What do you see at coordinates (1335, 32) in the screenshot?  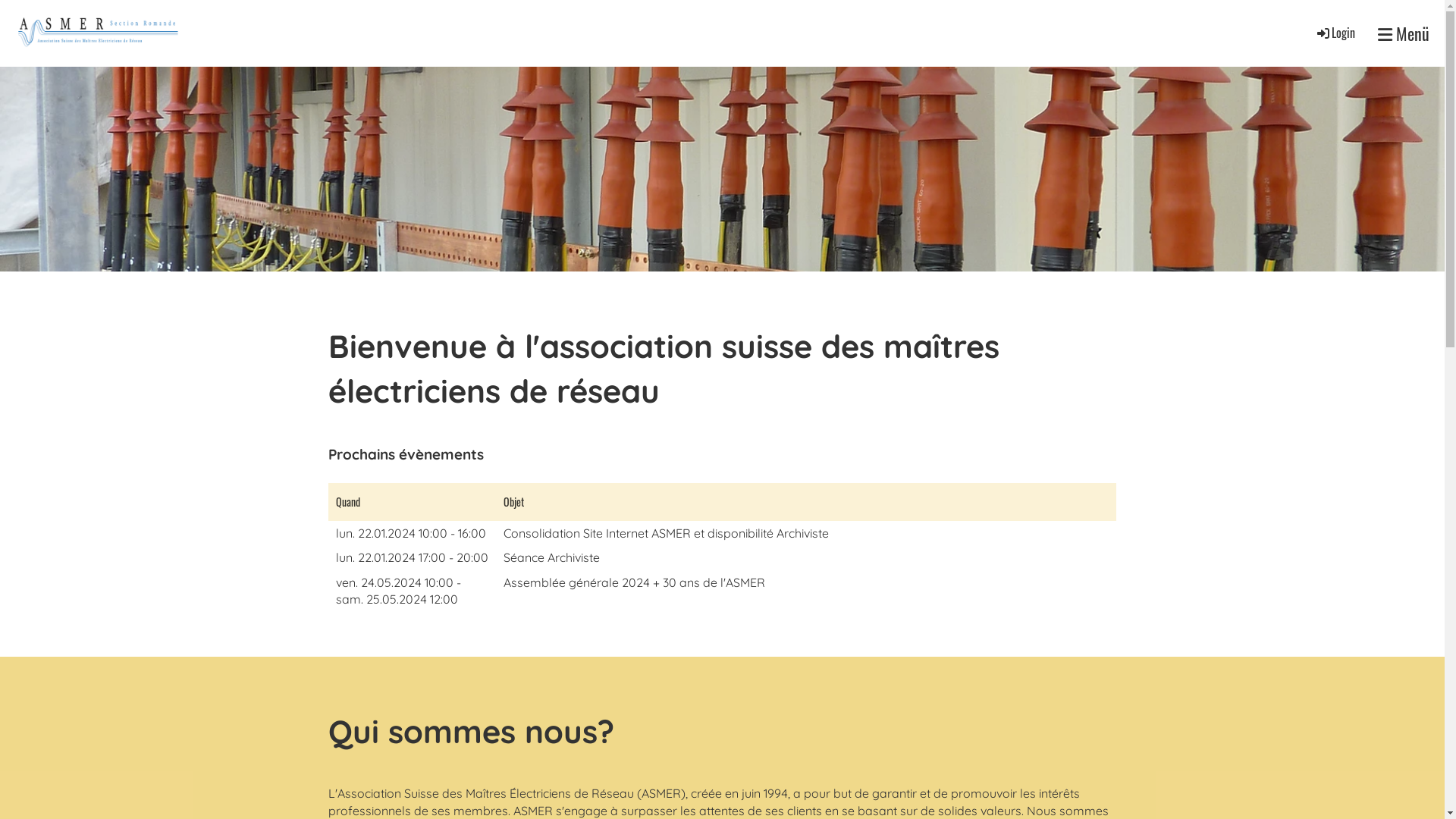 I see `'Login'` at bounding box center [1335, 32].